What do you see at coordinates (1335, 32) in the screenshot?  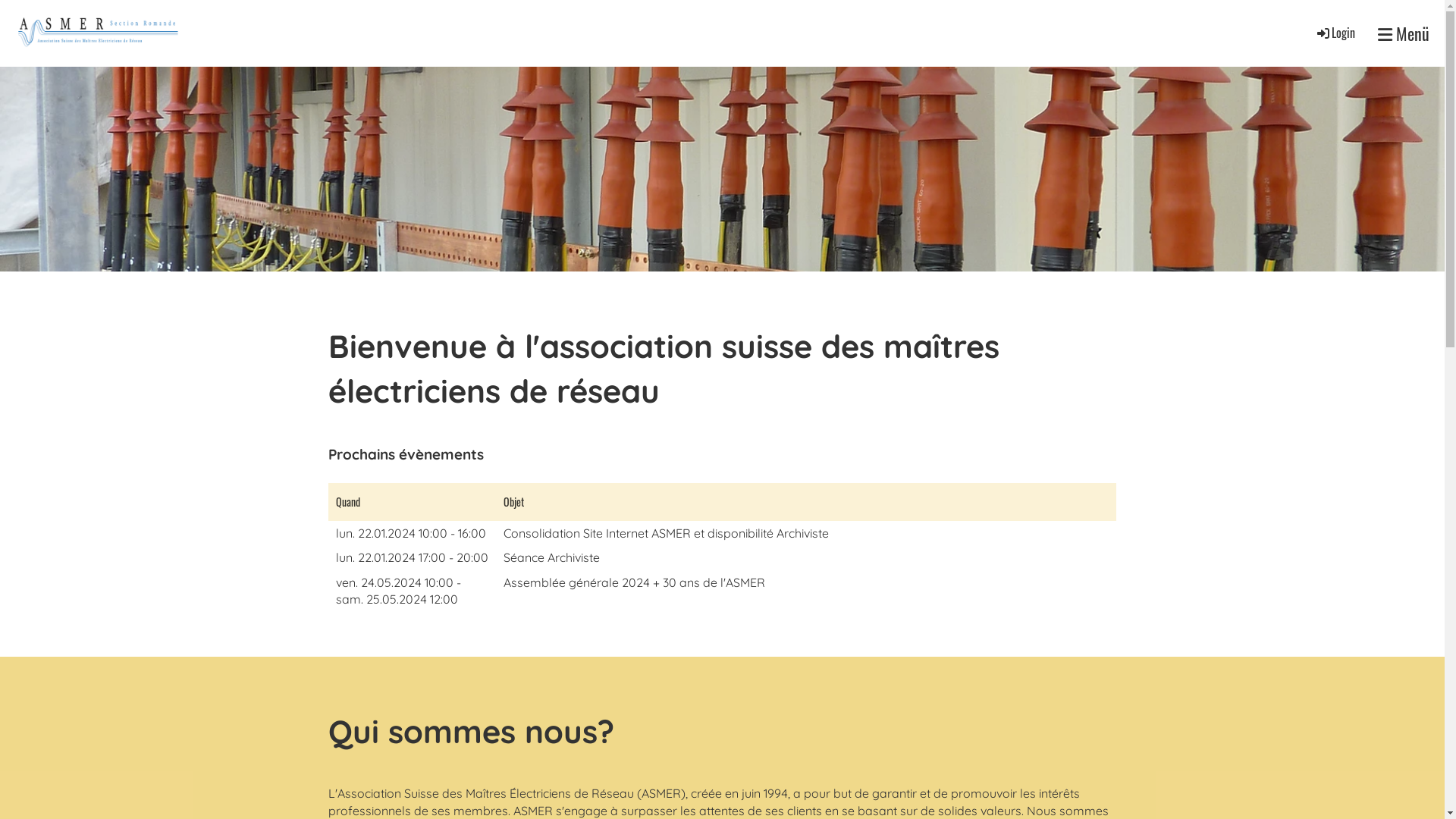 I see `'Login'` at bounding box center [1335, 32].